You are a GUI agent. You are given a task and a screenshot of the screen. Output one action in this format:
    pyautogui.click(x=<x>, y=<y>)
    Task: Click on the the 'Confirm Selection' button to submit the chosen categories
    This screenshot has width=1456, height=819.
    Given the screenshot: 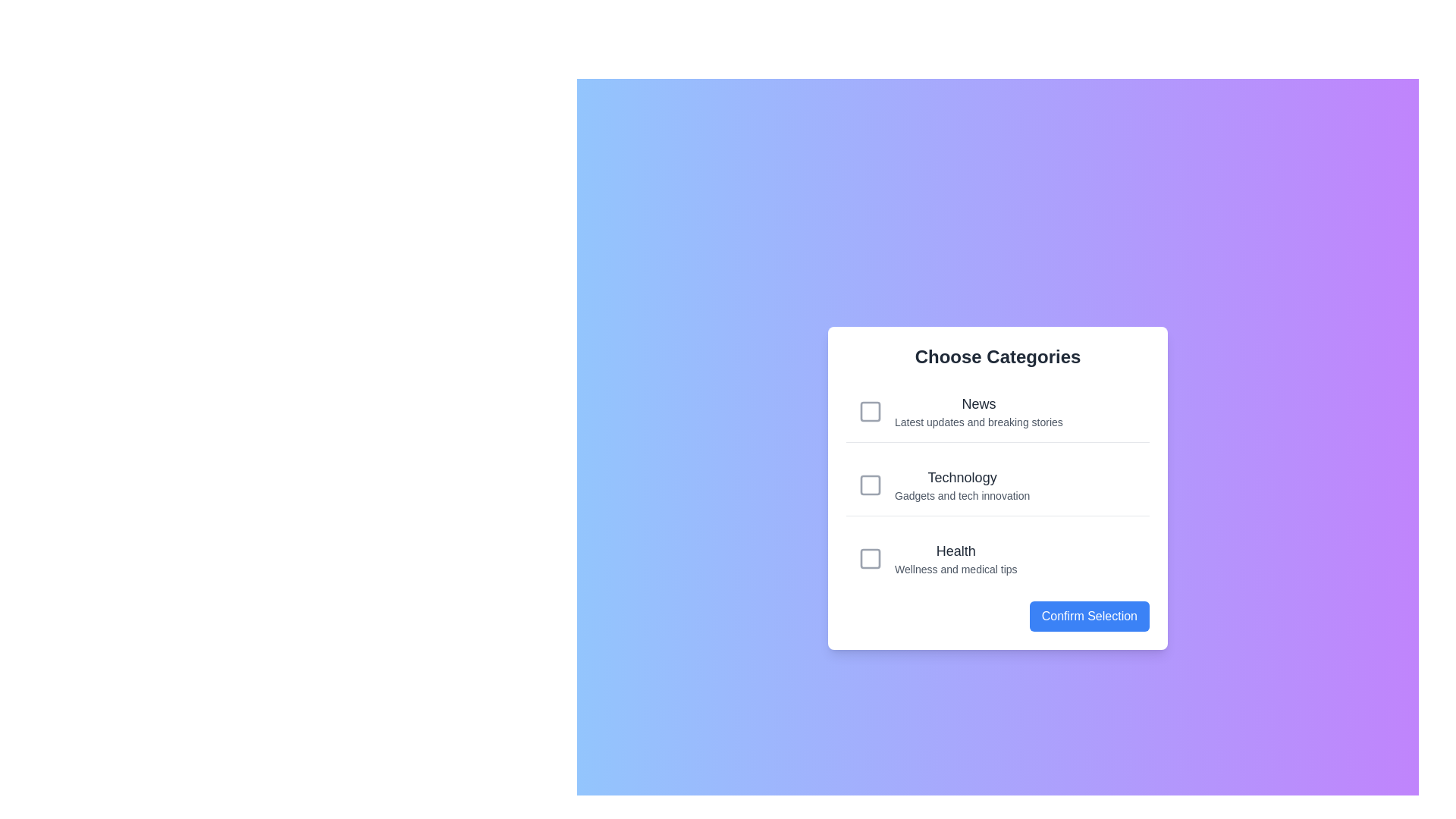 What is the action you would take?
    pyautogui.click(x=1088, y=617)
    